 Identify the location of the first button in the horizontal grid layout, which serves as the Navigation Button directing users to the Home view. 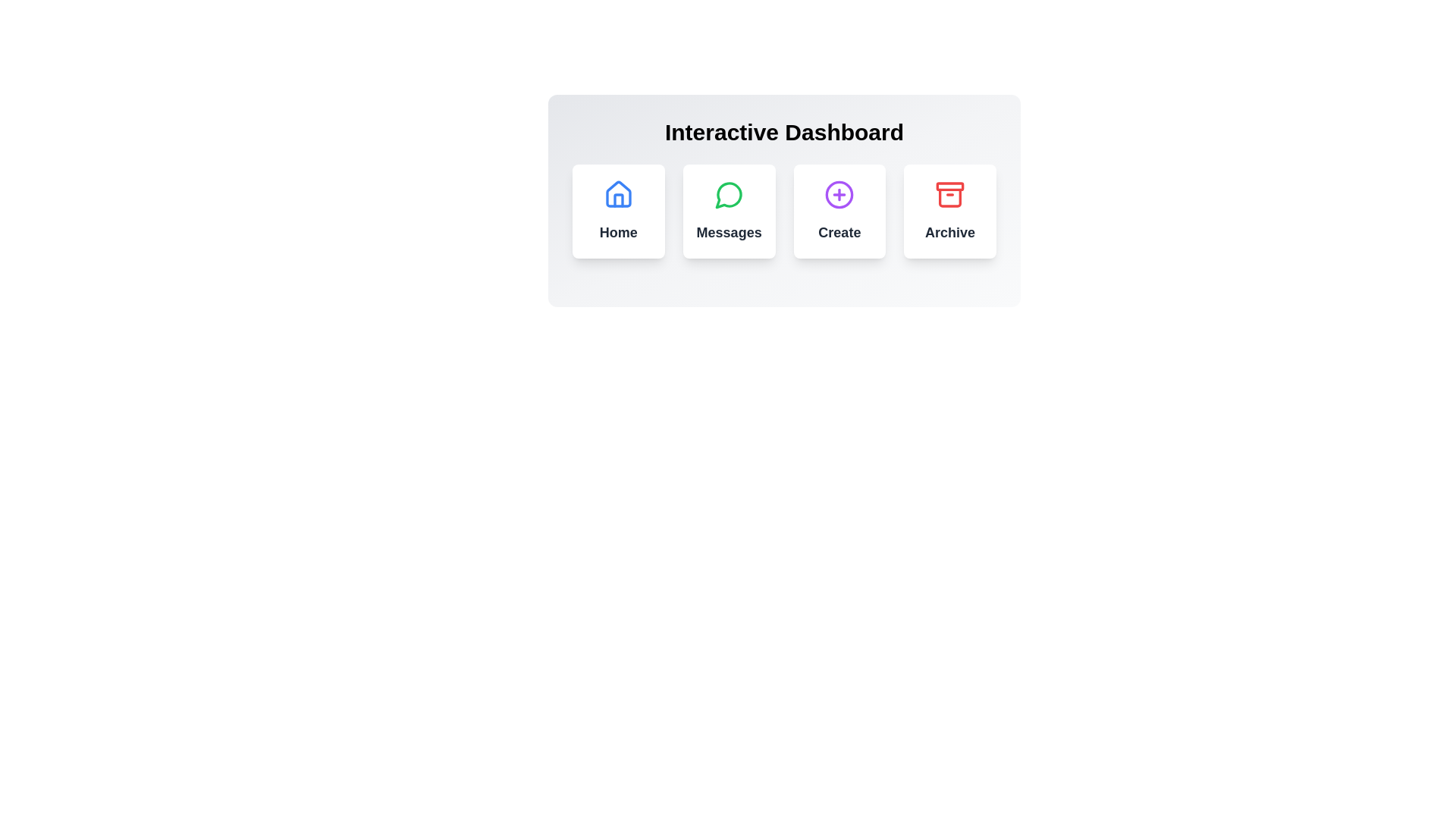
(618, 211).